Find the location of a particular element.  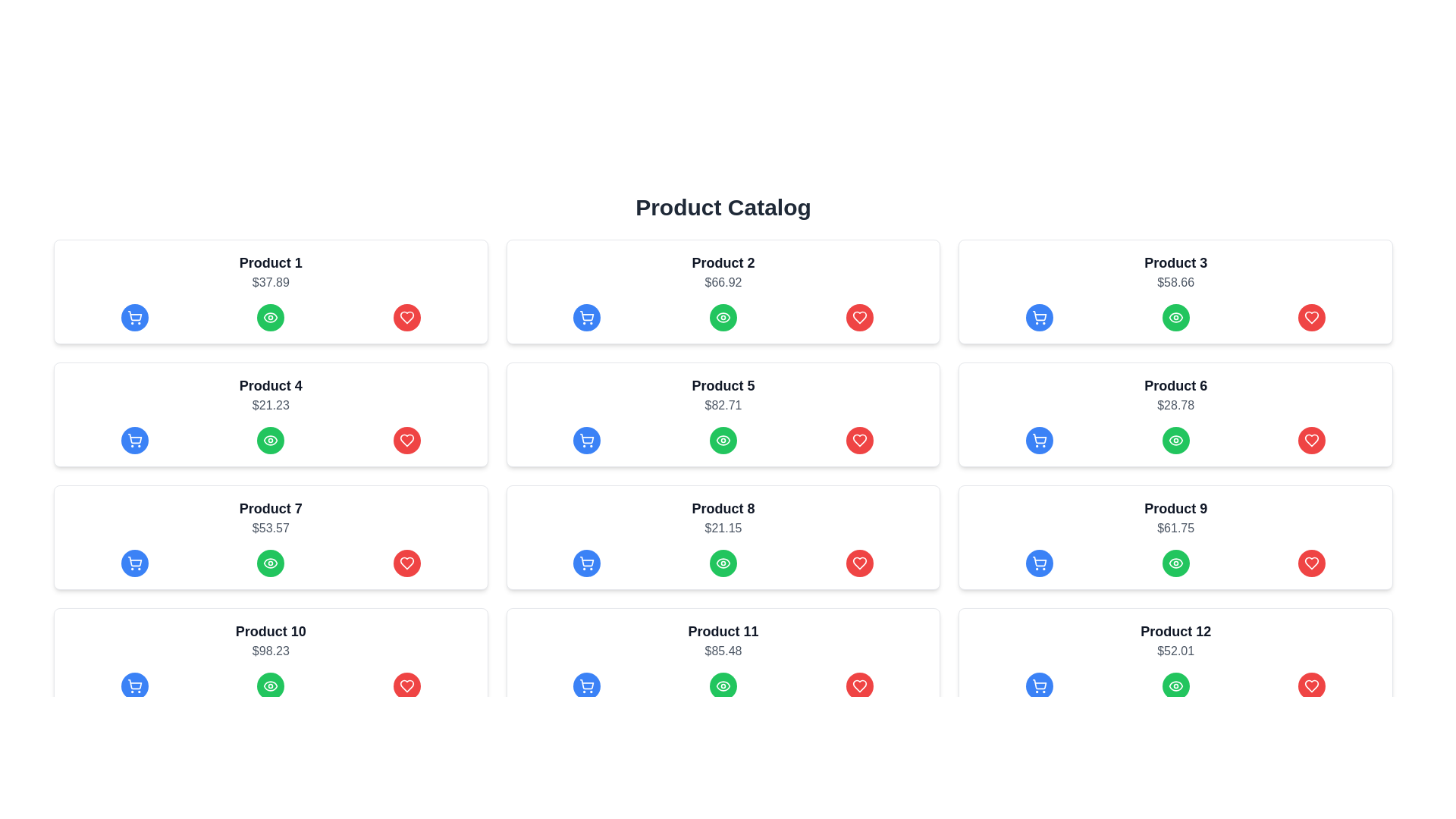

the shopping cart icon styled as an outline in a circular blue button located in the bottom right card of the product grid for 'Product 11' is located at coordinates (586, 686).